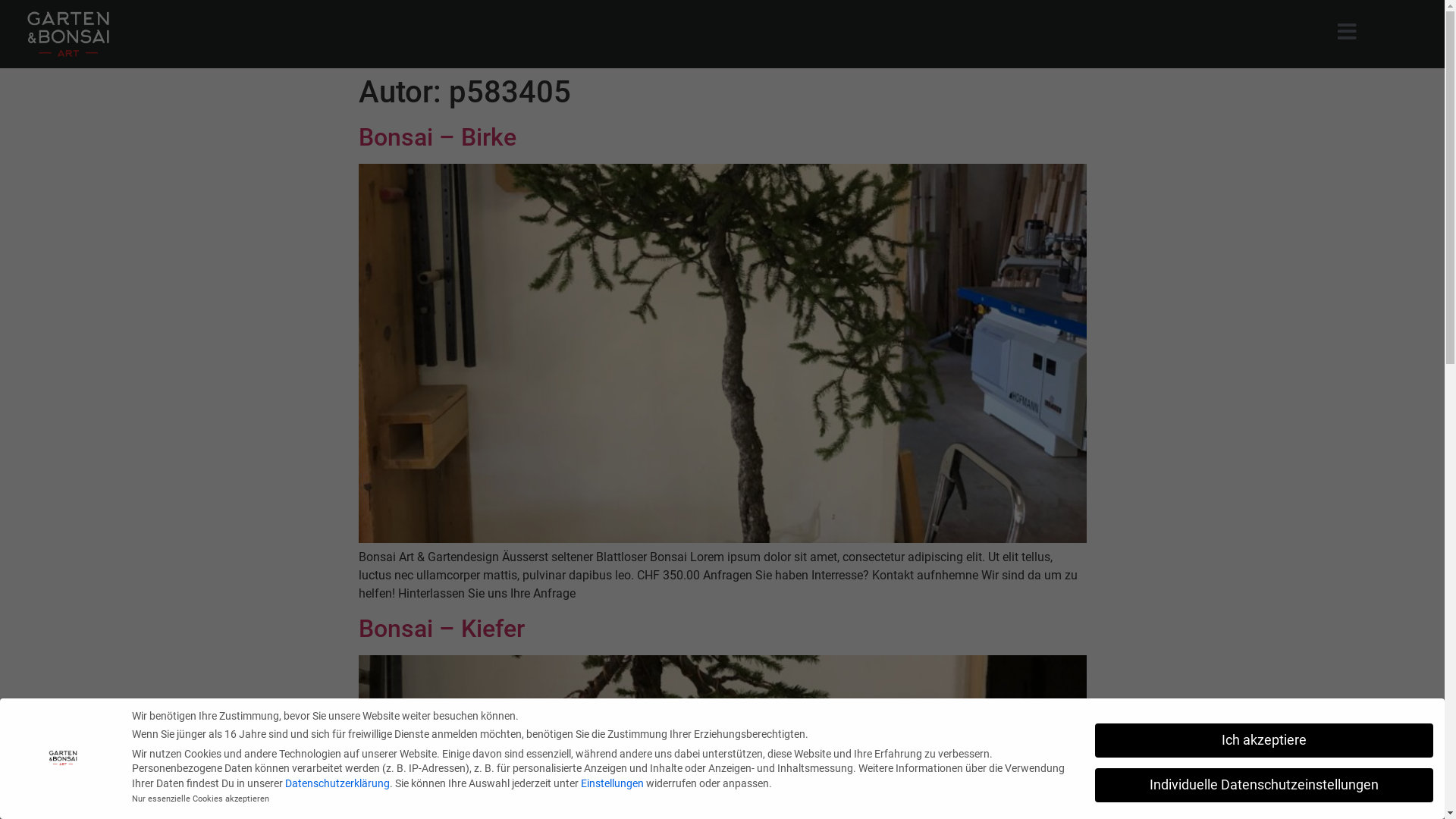 Image resolution: width=1456 pixels, height=819 pixels. Describe the element at coordinates (131, 798) in the screenshot. I see `'Nur essenzielle Cookies akzeptieren'` at that location.